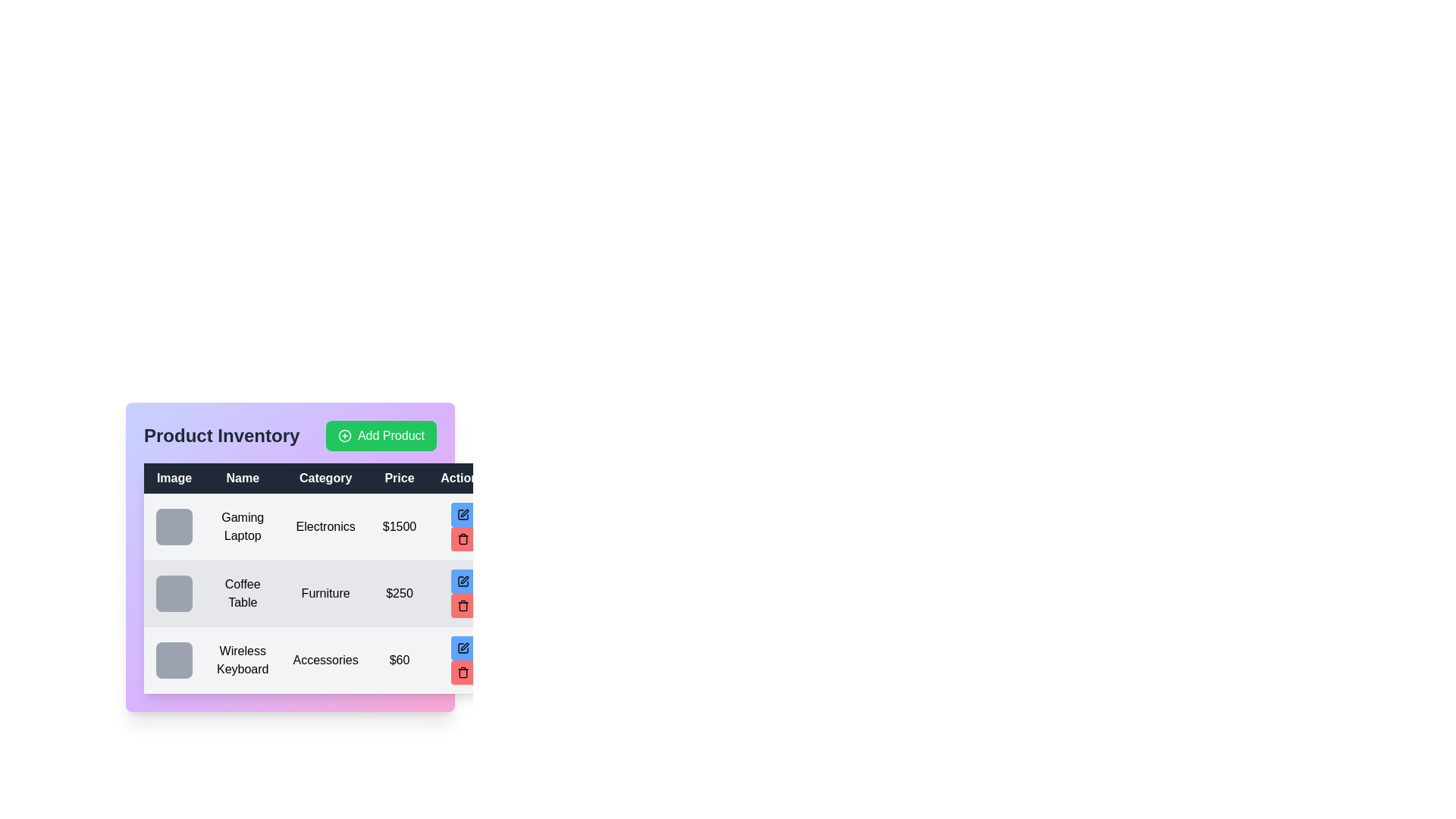 This screenshot has height=819, width=1456. What do you see at coordinates (243, 660) in the screenshot?
I see `the 'Wireless Keyboard' text label, which is centrally aligned in a light gray background, to possibly reveal details` at bounding box center [243, 660].